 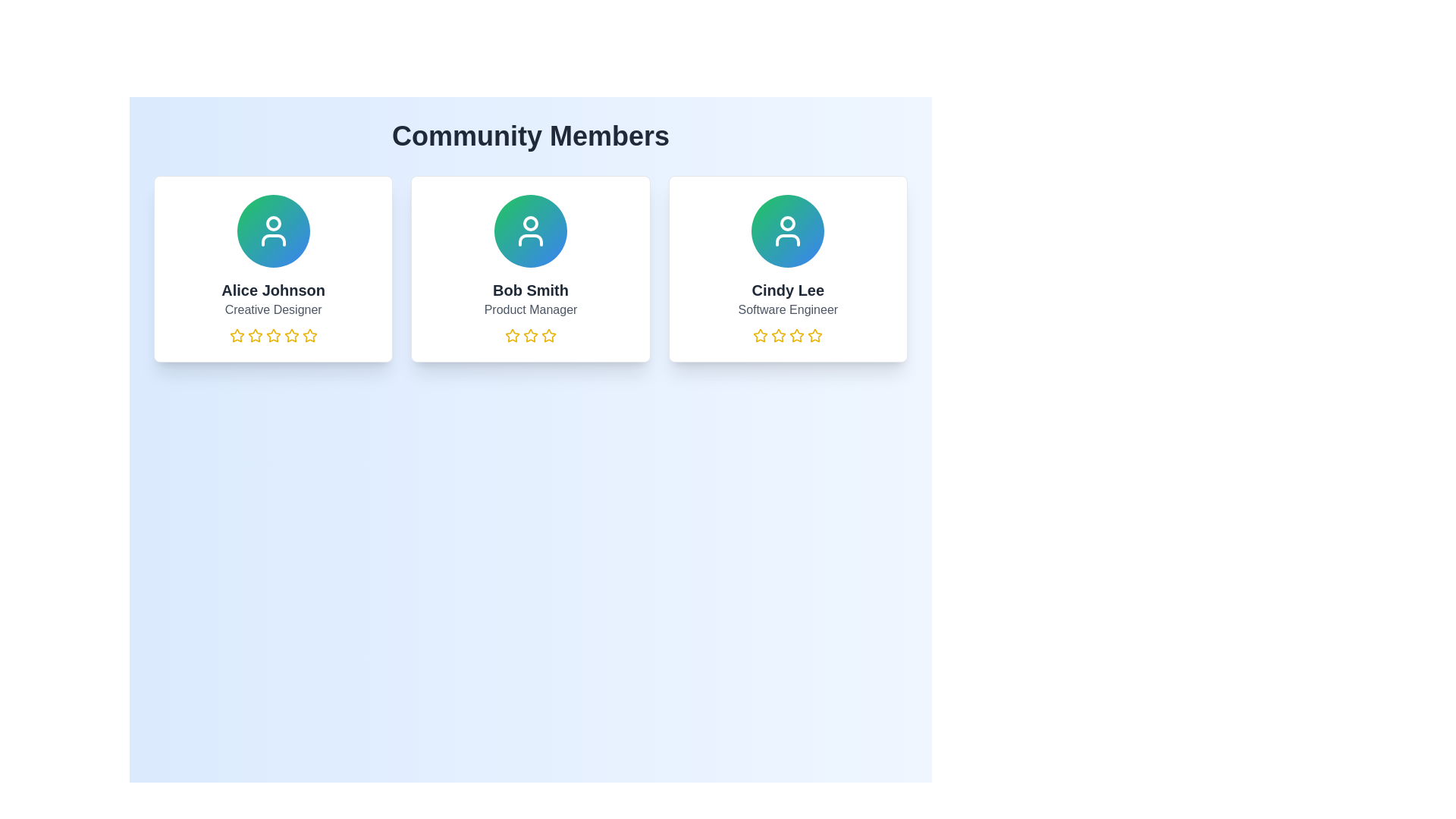 What do you see at coordinates (779, 335) in the screenshot?
I see `the third yellow star icon in the rating system under the profile of 'Cindy Lee' on the 'Community Members' interface to rate it` at bounding box center [779, 335].